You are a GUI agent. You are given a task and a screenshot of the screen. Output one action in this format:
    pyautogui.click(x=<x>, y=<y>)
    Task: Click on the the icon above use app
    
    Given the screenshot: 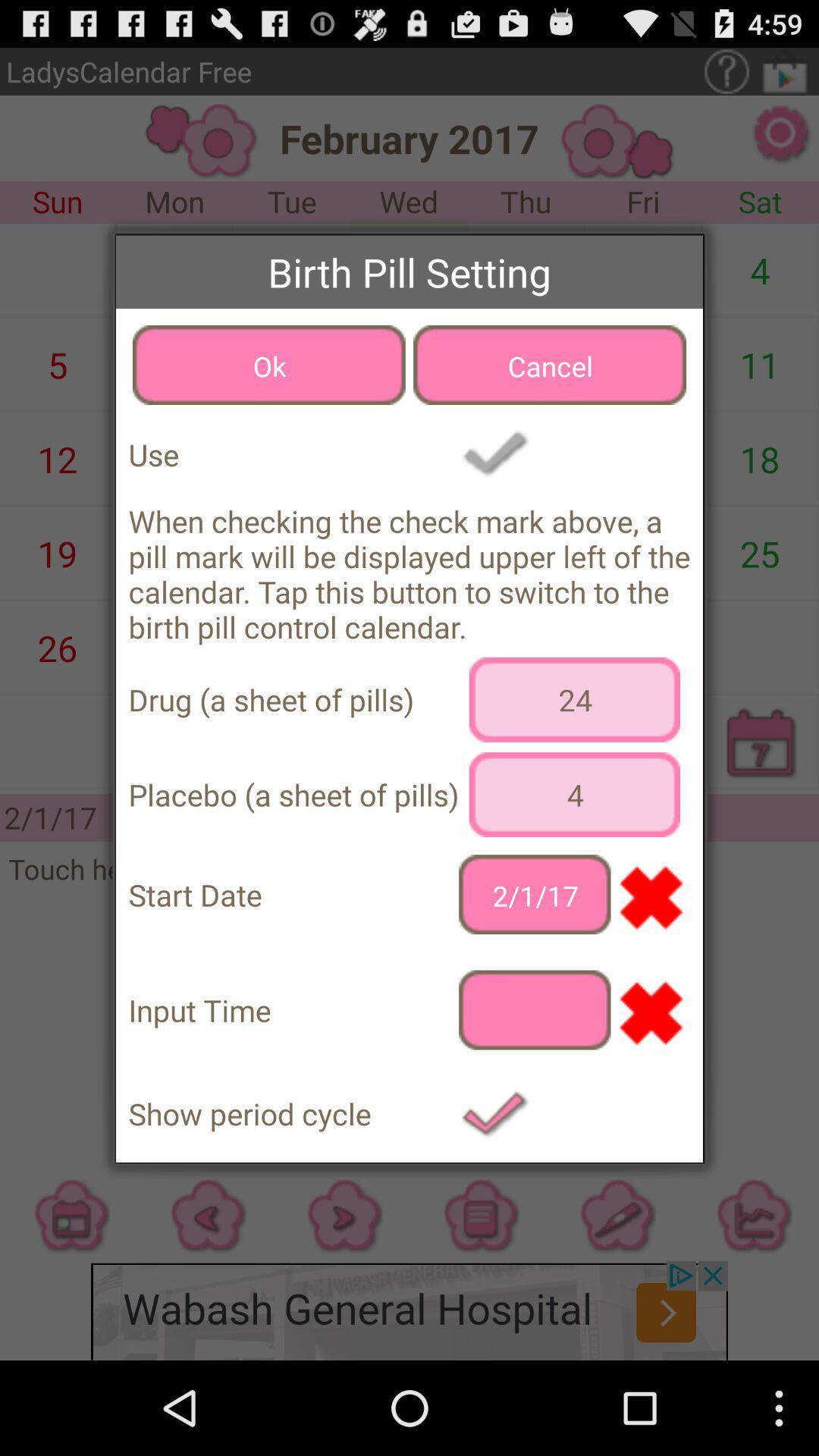 What is the action you would take?
    pyautogui.click(x=268, y=365)
    